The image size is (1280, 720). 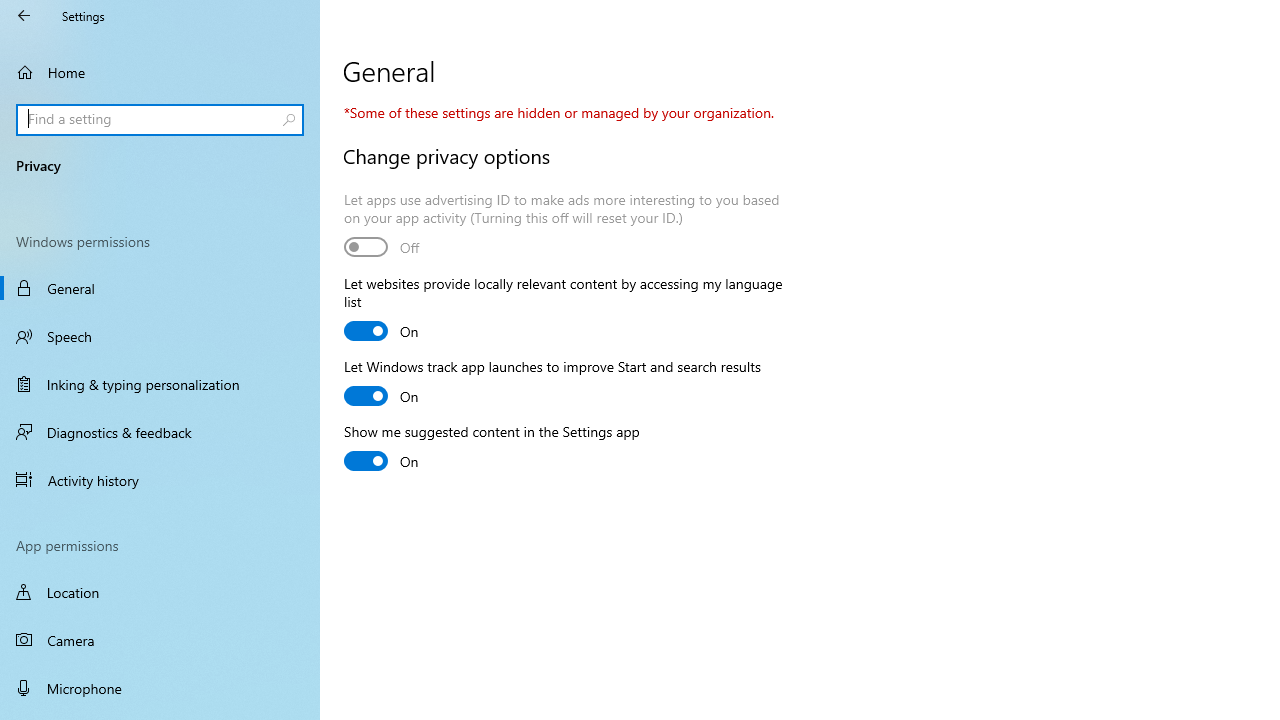 I want to click on 'Inking & typing personalization', so click(x=160, y=384).